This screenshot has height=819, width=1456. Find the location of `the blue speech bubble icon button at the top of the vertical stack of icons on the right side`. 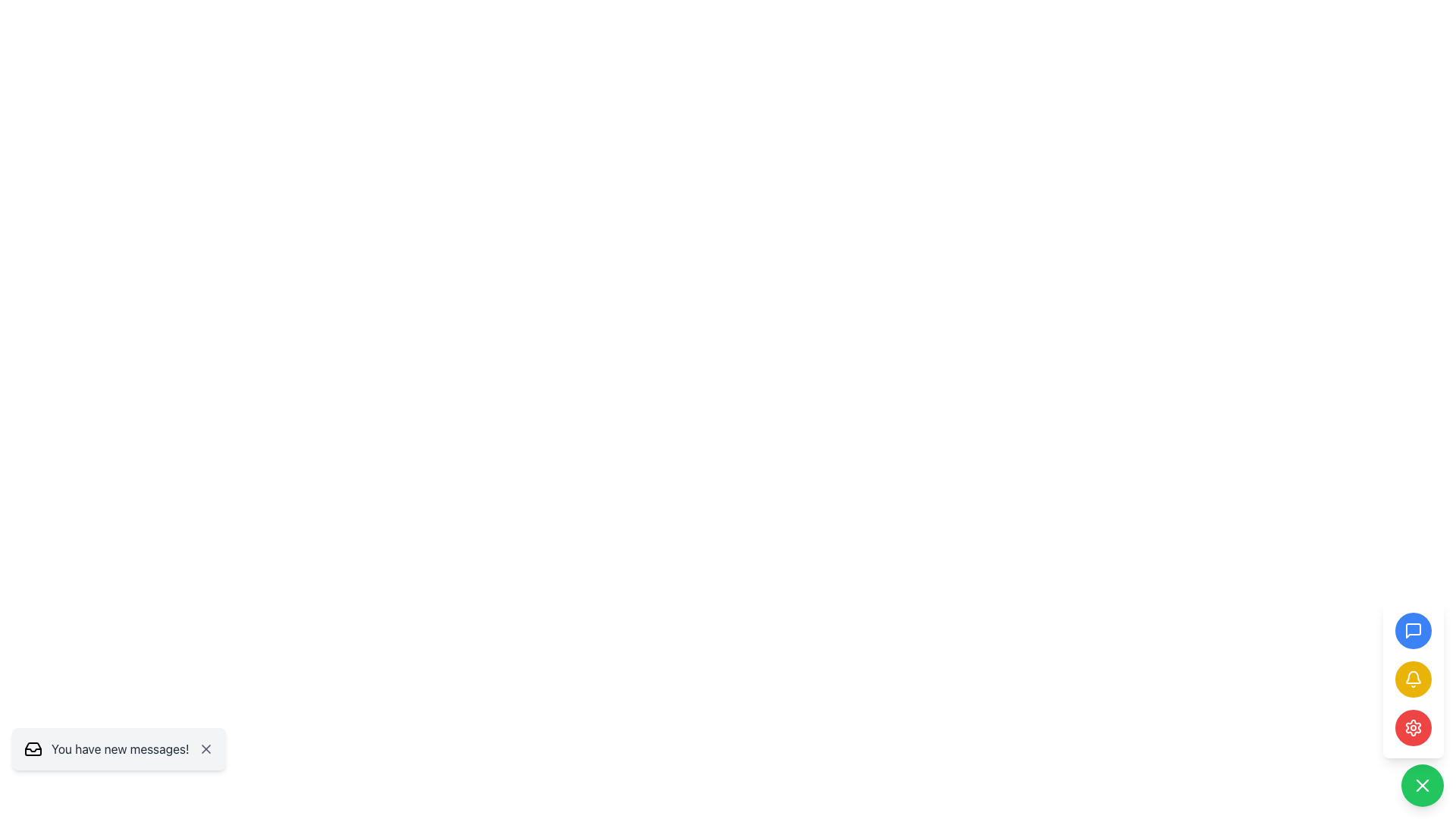

the blue speech bubble icon button at the top of the vertical stack of icons on the right side is located at coordinates (1412, 631).